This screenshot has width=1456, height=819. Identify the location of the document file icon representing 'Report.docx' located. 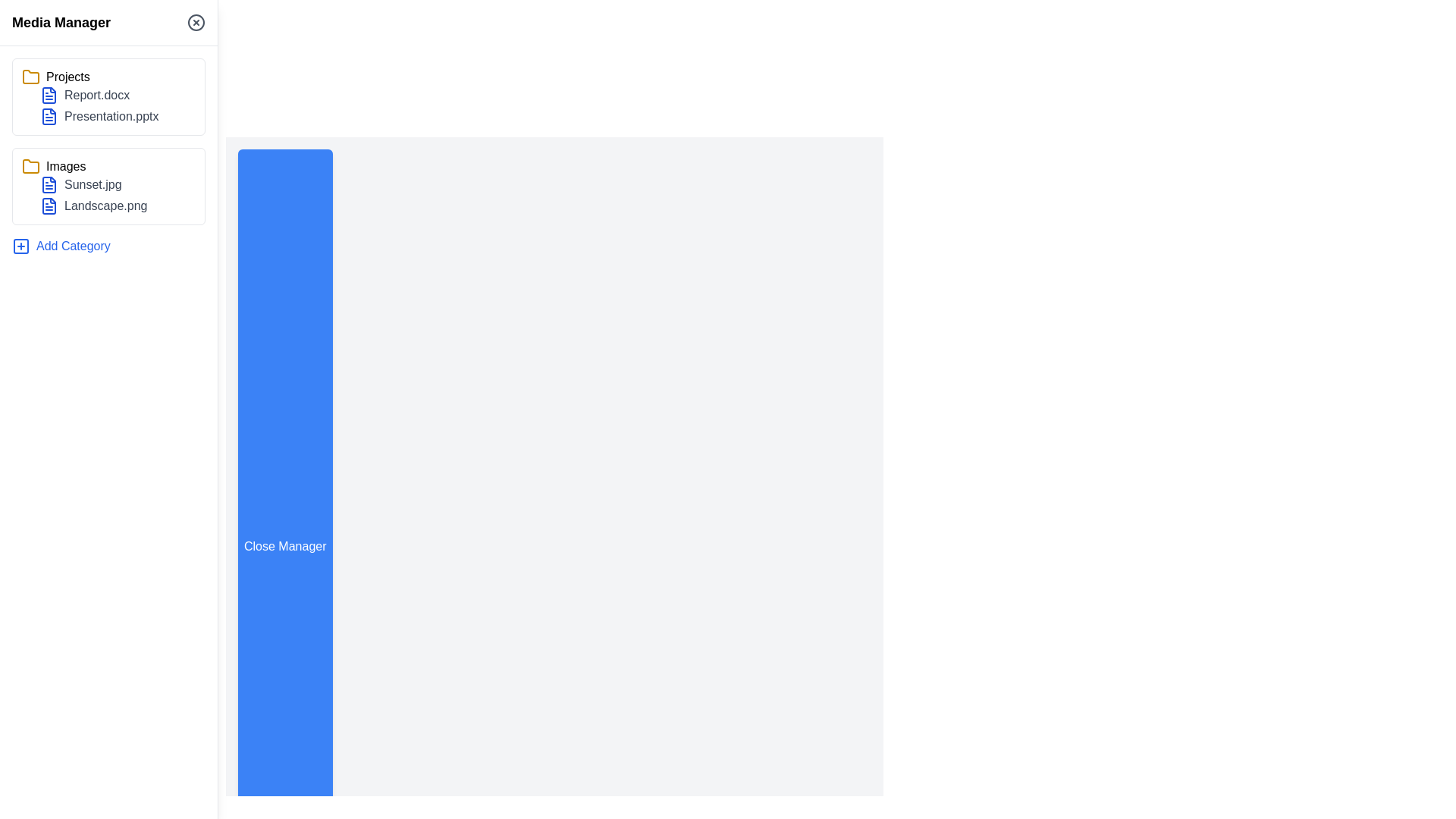
(49, 96).